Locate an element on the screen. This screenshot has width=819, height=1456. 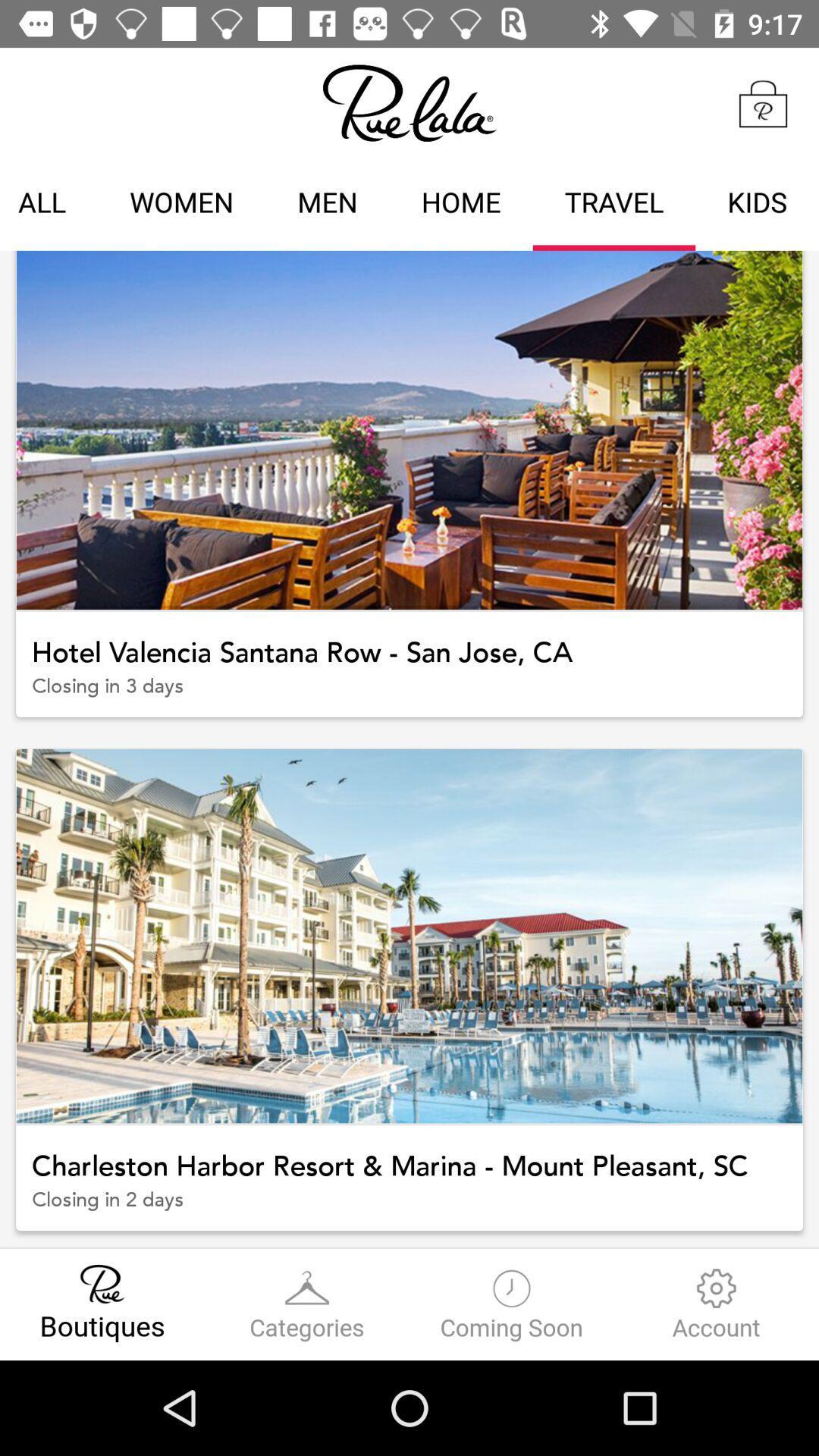
the icon next to home is located at coordinates (614, 204).